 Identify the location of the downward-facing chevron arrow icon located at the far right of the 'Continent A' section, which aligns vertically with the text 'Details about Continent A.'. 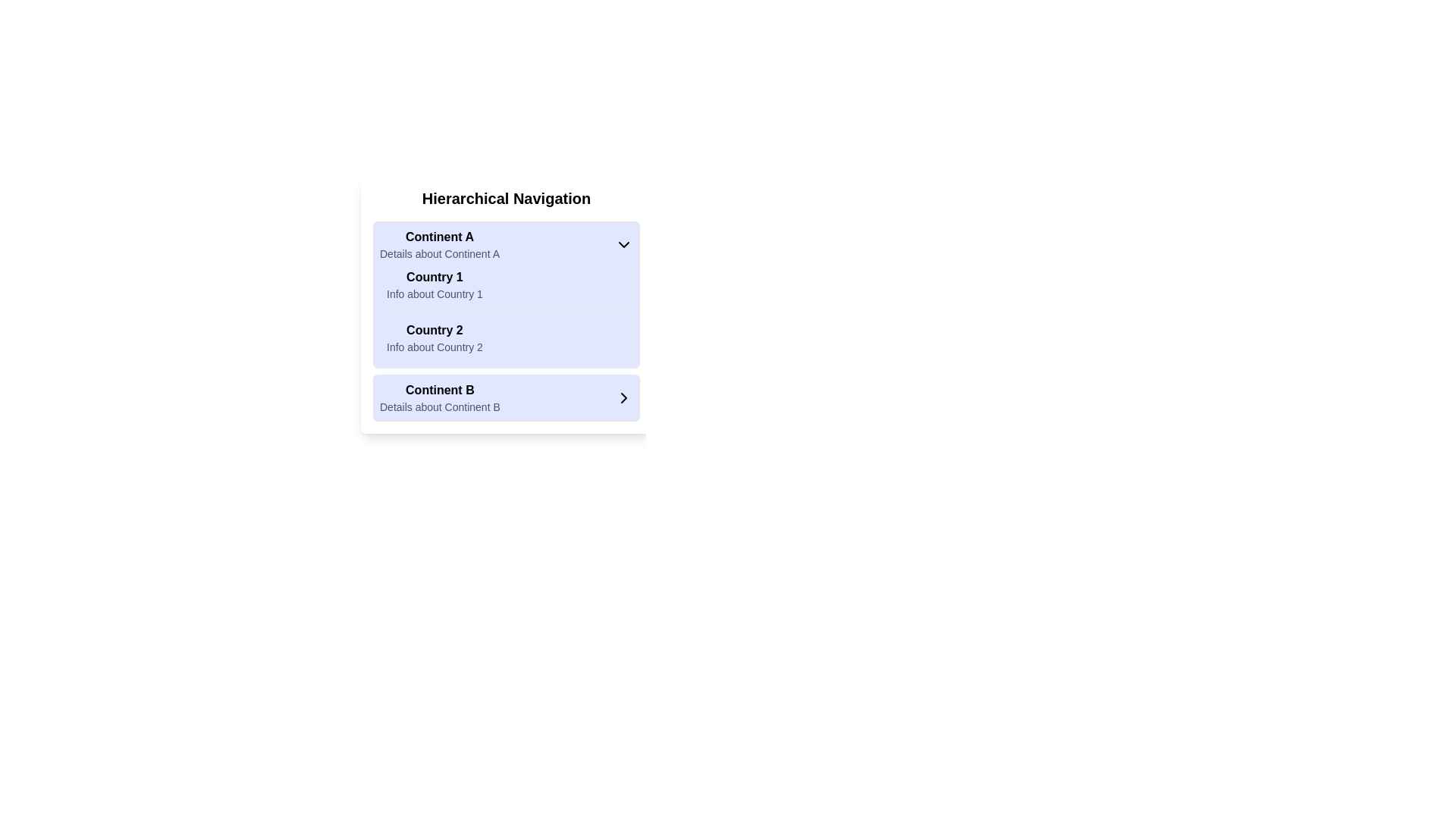
(623, 244).